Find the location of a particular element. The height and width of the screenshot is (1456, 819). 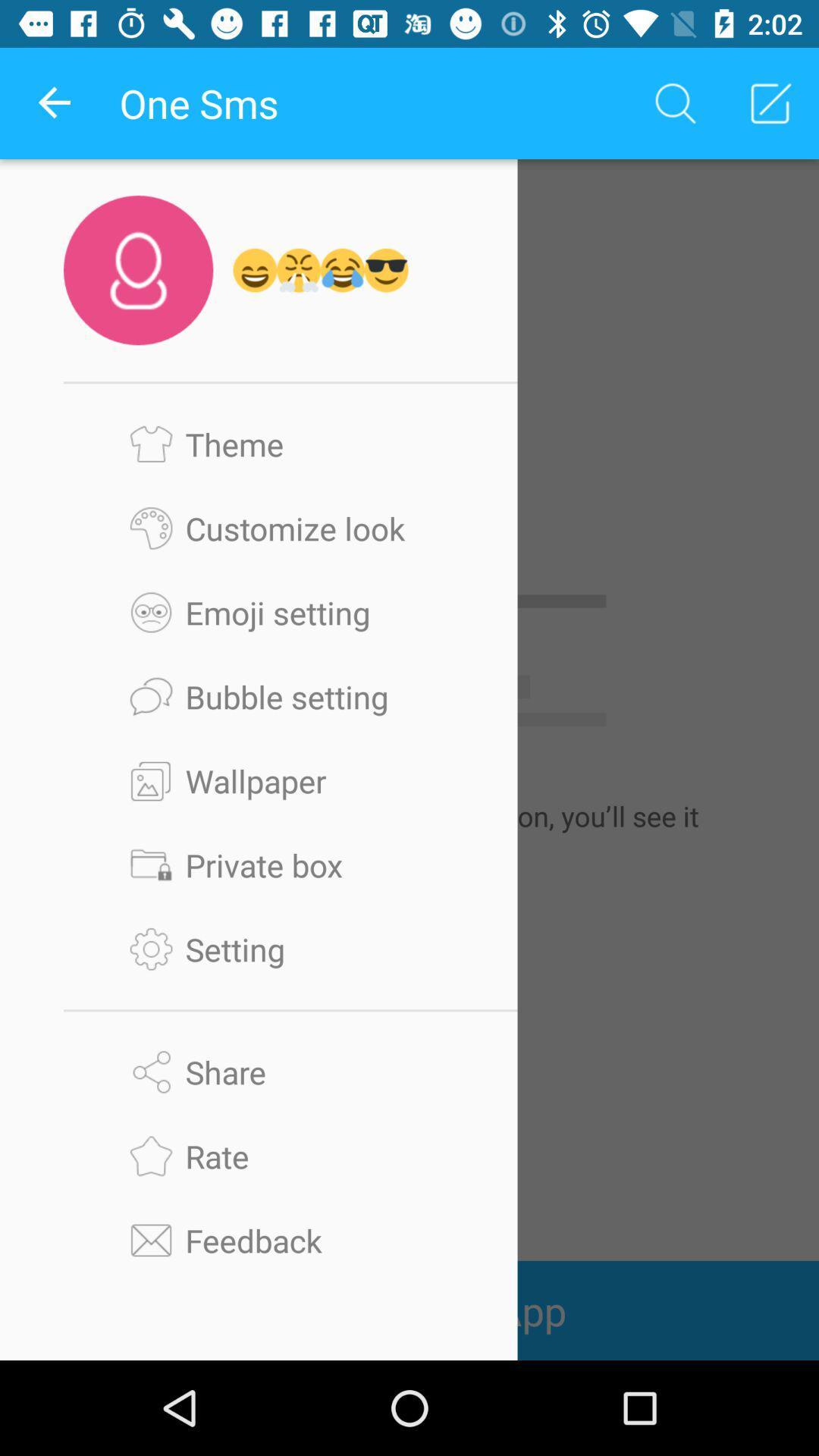

setting options is located at coordinates (290, 948).